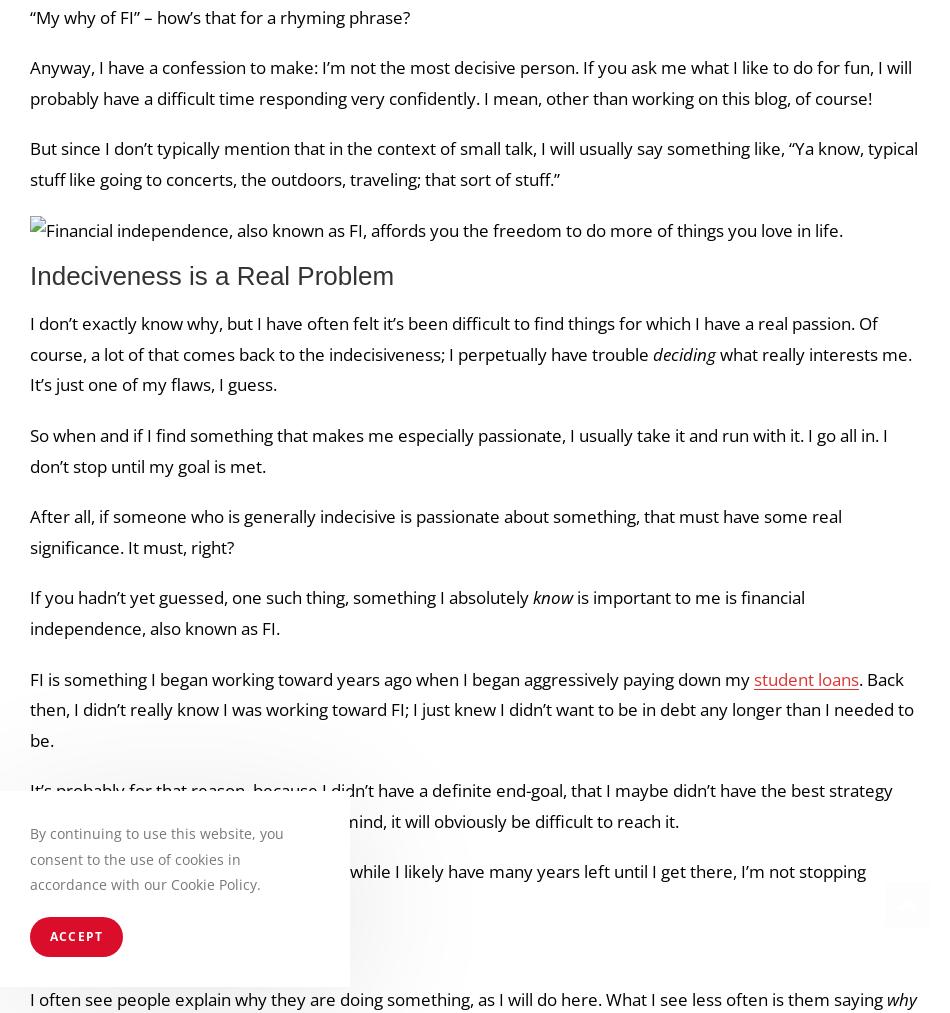 The height and width of the screenshot is (1013, 950). I want to click on 'FI is something I began working toward years ago when I began aggressively paying down my', so click(390, 677).